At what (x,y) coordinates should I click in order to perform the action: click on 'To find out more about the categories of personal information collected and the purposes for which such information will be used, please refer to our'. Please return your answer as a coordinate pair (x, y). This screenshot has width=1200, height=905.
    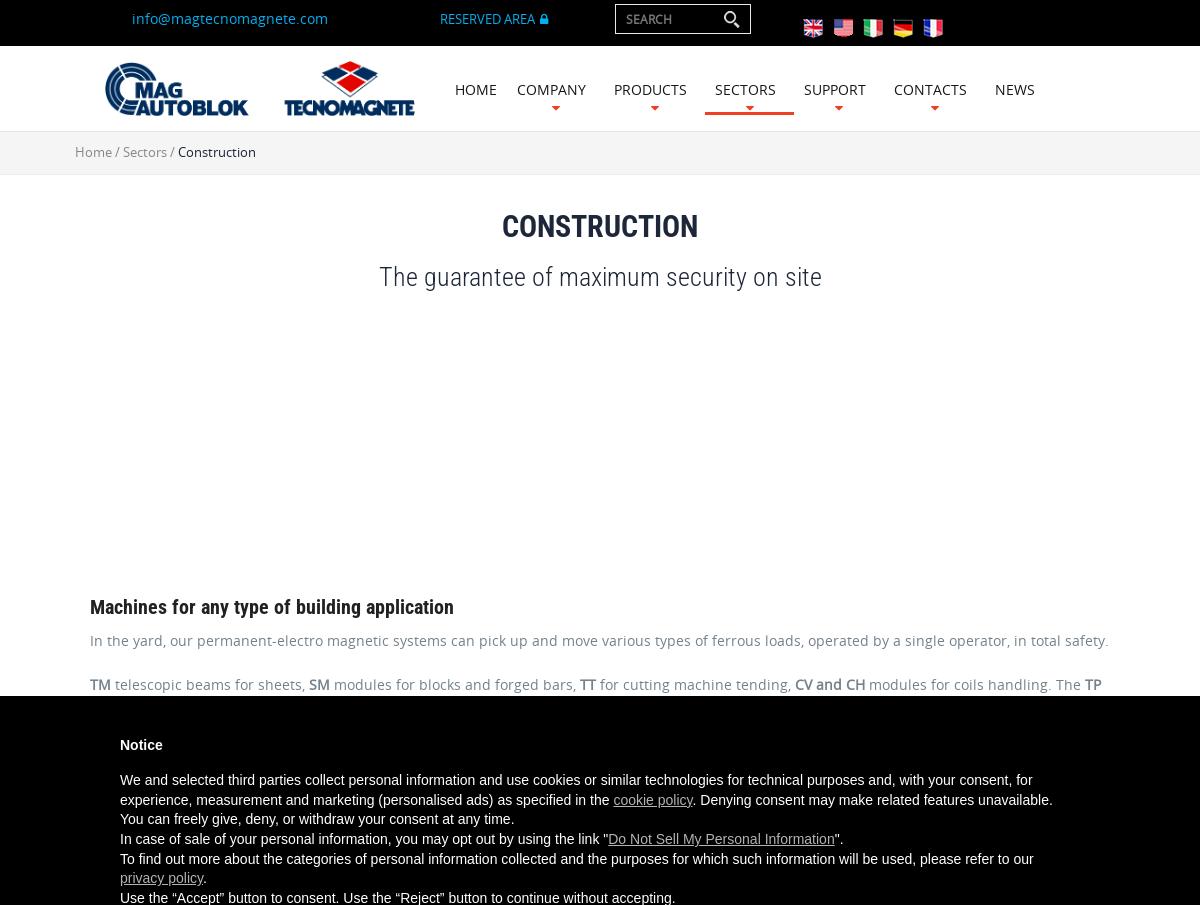
    Looking at the image, I should click on (575, 858).